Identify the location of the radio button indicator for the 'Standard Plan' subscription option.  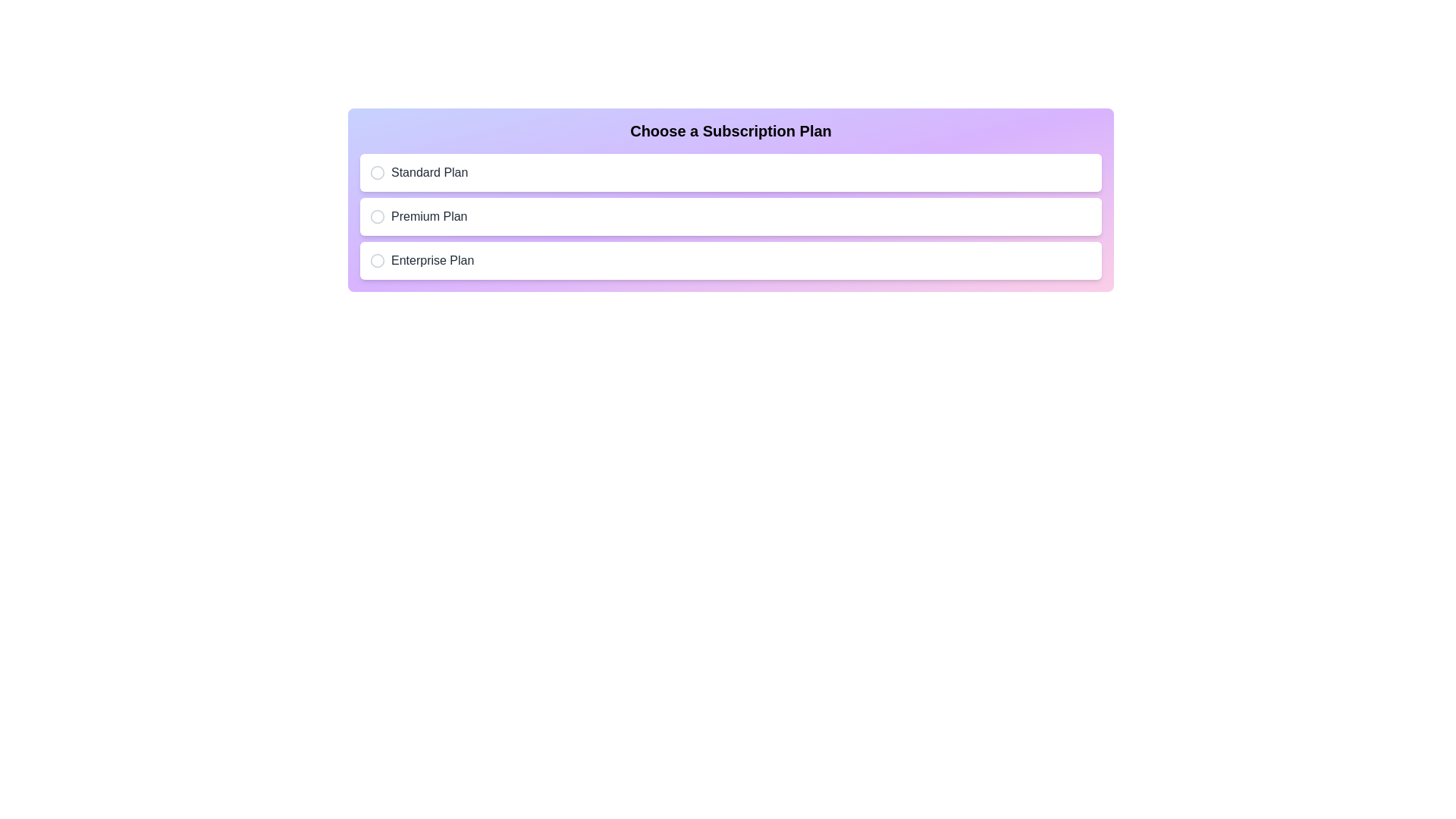
(378, 171).